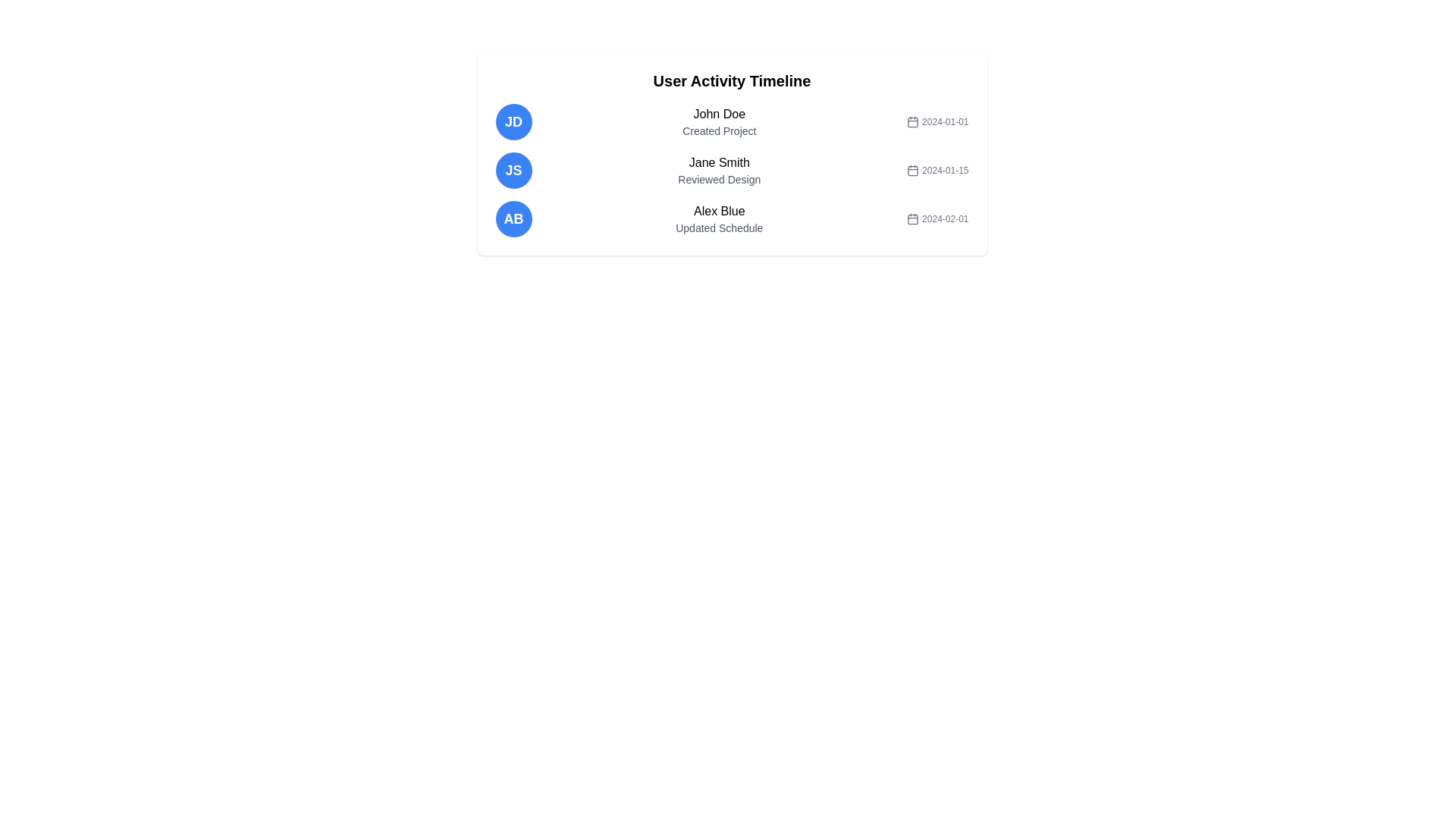 The height and width of the screenshot is (819, 1456). Describe the element at coordinates (718, 227) in the screenshot. I see `the text label providing supplementary information below 'Alex Blue'` at that location.